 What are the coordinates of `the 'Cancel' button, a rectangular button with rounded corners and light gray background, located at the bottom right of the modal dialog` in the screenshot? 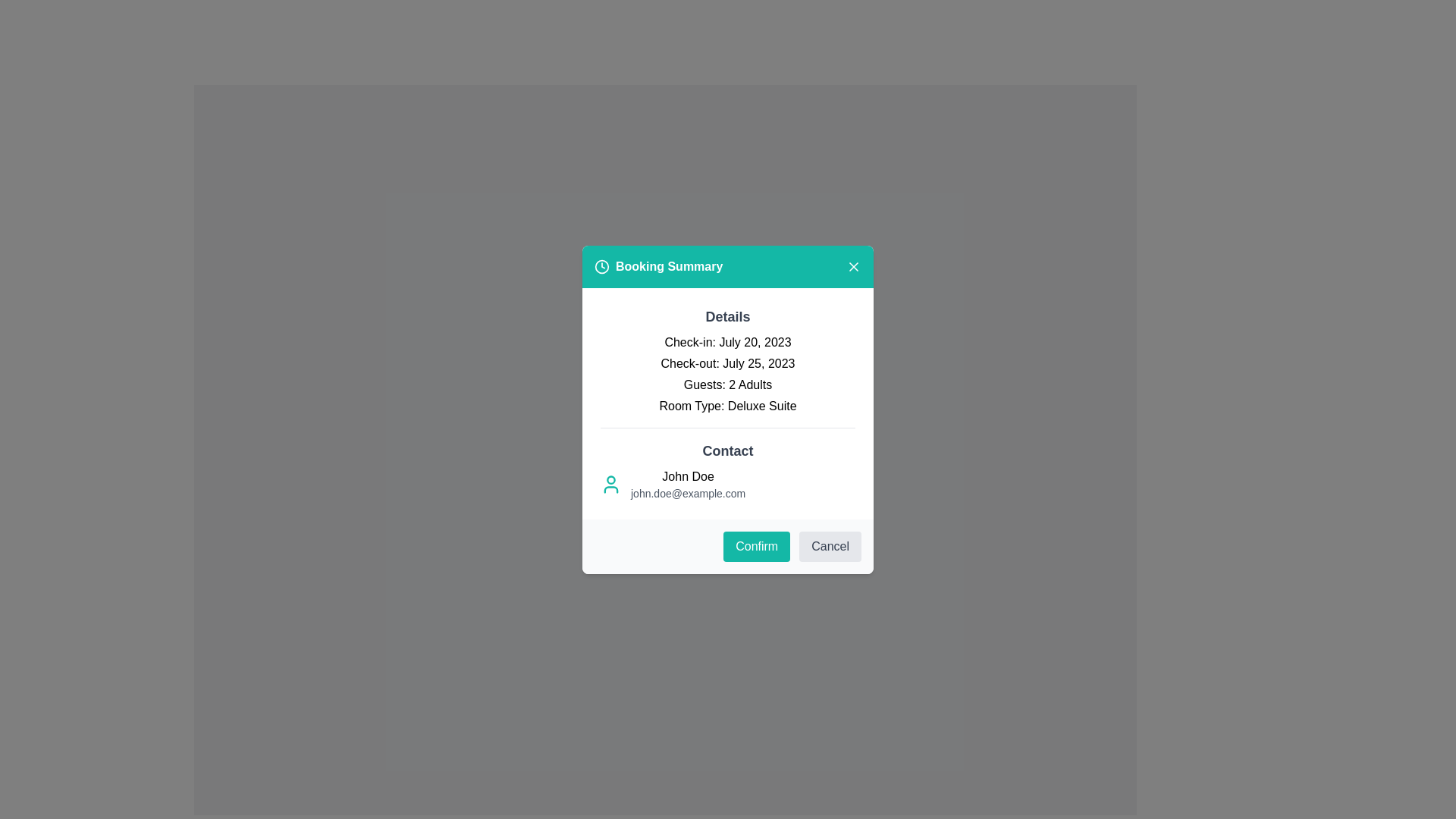 It's located at (830, 546).